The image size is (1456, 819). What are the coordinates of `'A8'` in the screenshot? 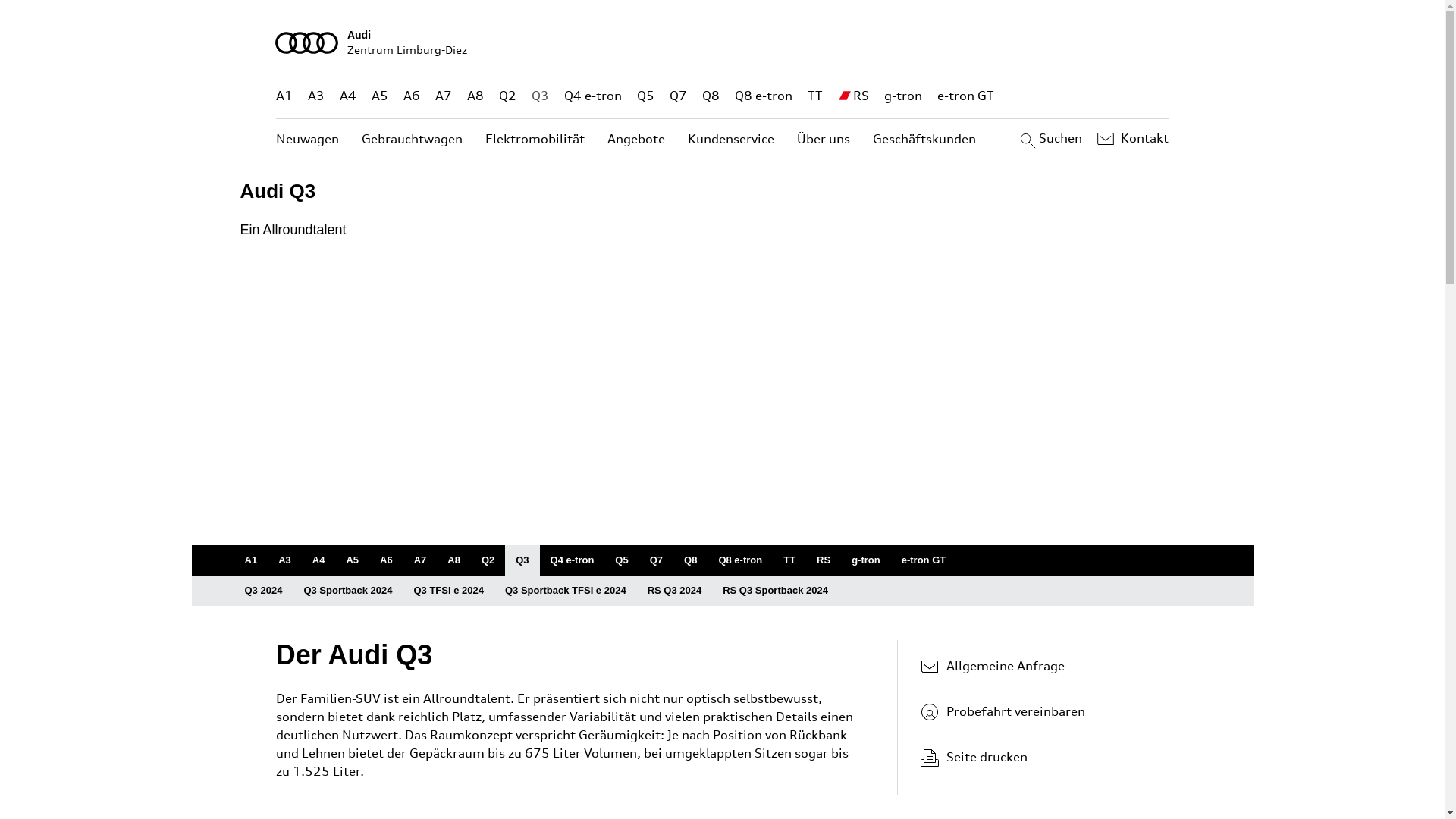 It's located at (453, 560).